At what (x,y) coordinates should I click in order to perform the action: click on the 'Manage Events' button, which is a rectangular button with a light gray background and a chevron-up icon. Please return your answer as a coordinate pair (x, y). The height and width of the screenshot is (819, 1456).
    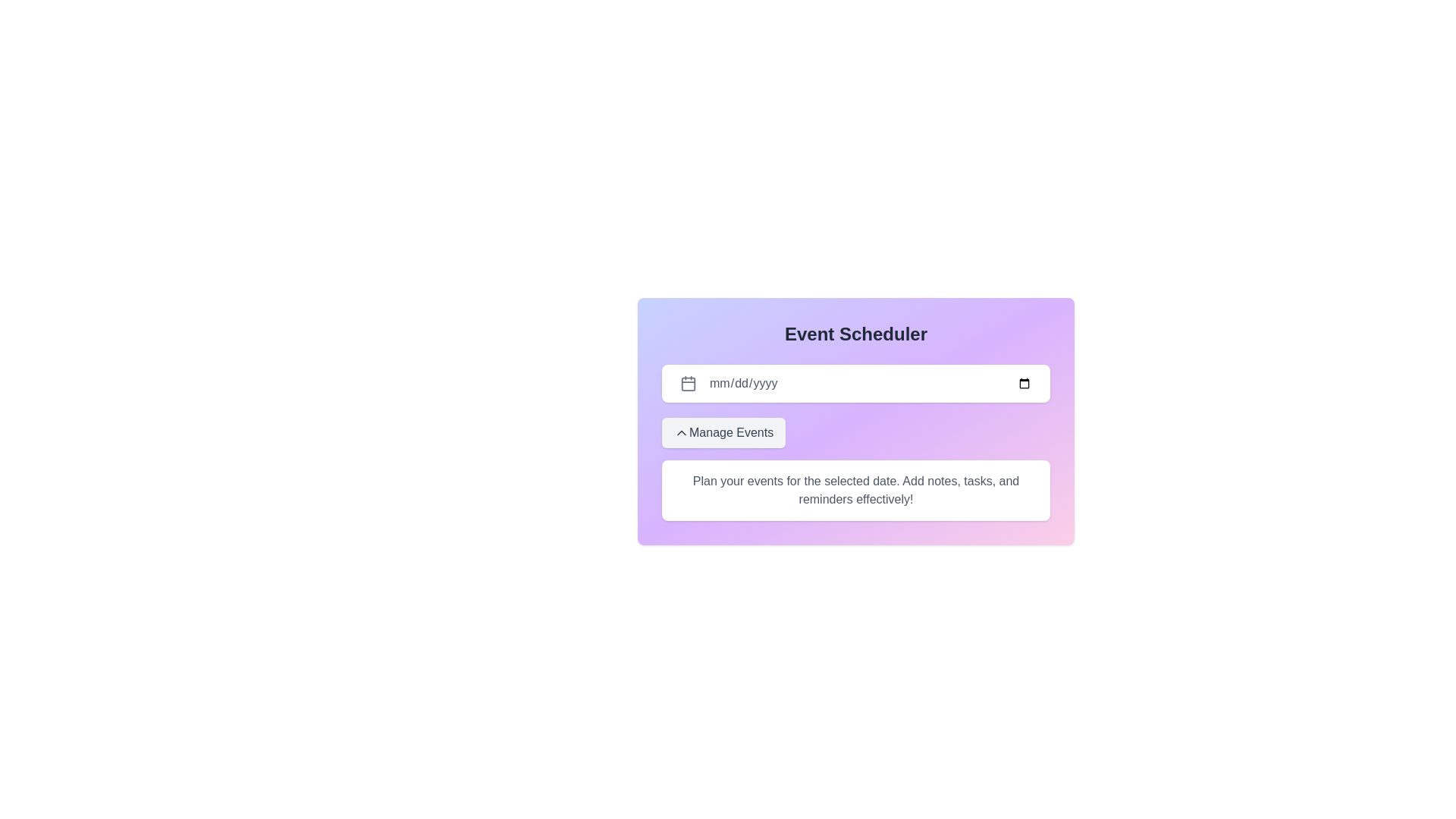
    Looking at the image, I should click on (723, 432).